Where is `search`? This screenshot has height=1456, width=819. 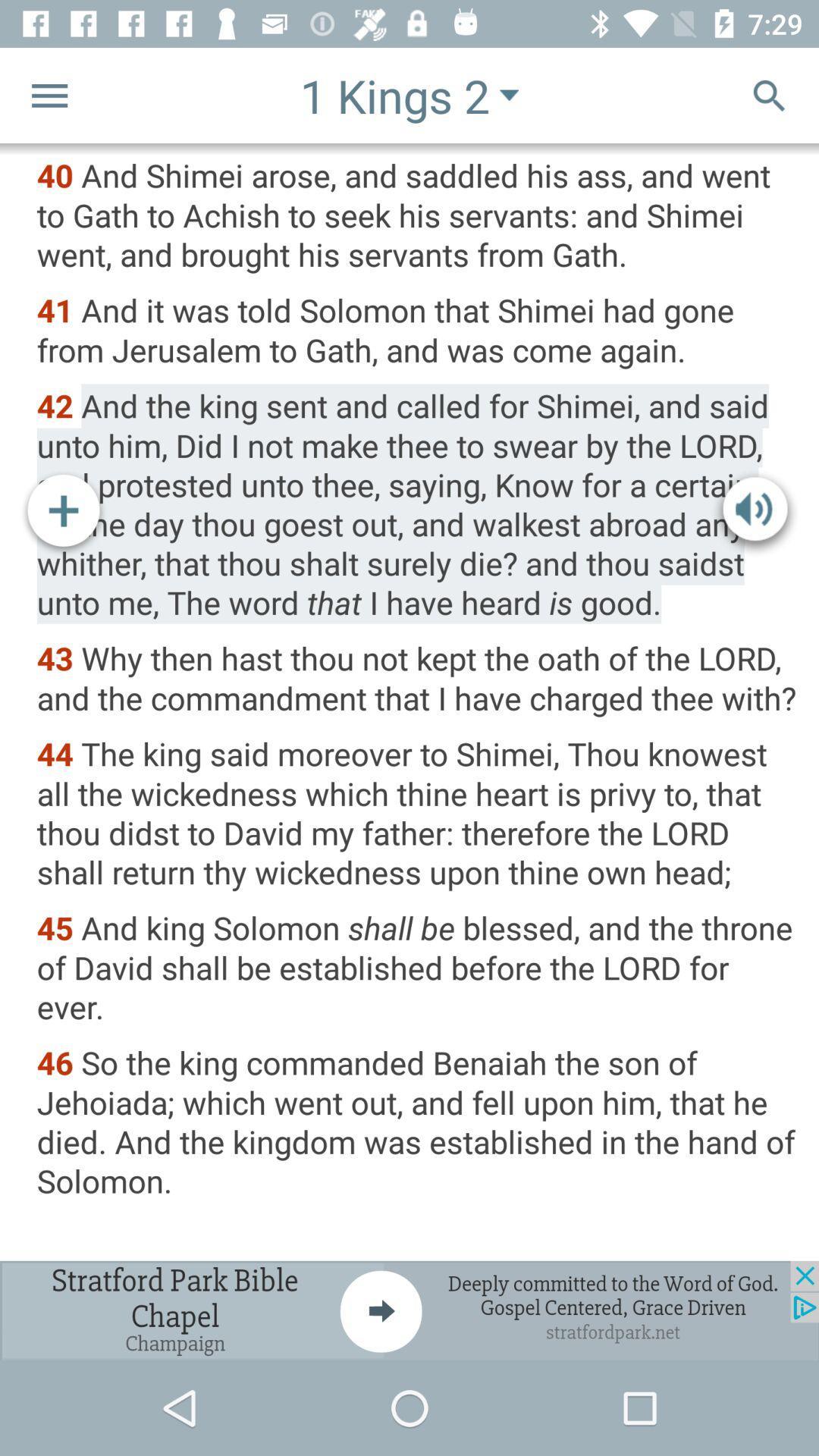 search is located at coordinates (769, 94).